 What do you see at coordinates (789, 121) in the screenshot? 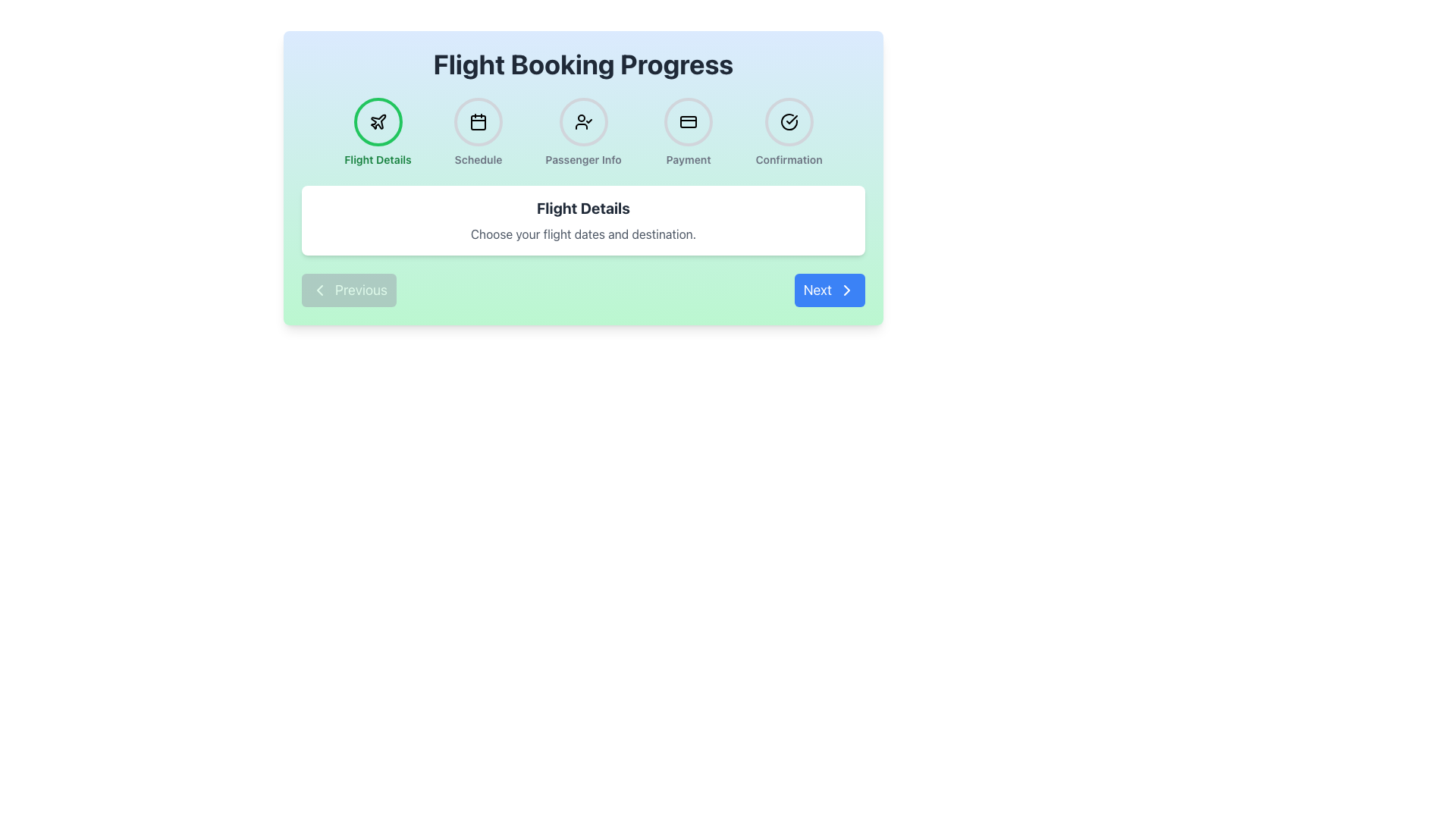
I see `the status of the circular icon with a checkmark inside, which is the rightmost item in the horizontal sequence of icons at the top of the interface` at bounding box center [789, 121].